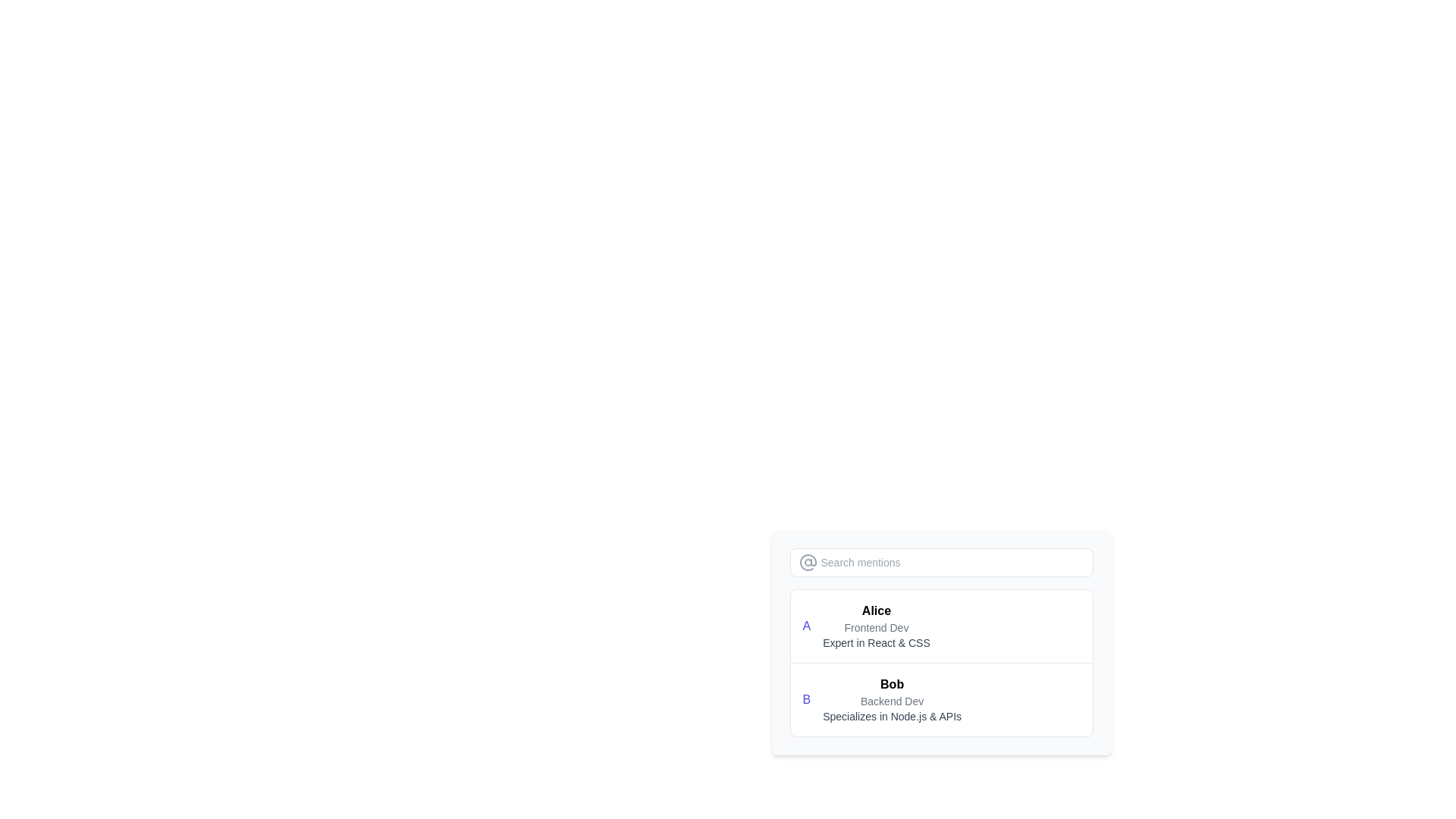  I want to click on information displayed in the User Profile Card for 'Alice', which includes the title, role, and description, so click(940, 626).